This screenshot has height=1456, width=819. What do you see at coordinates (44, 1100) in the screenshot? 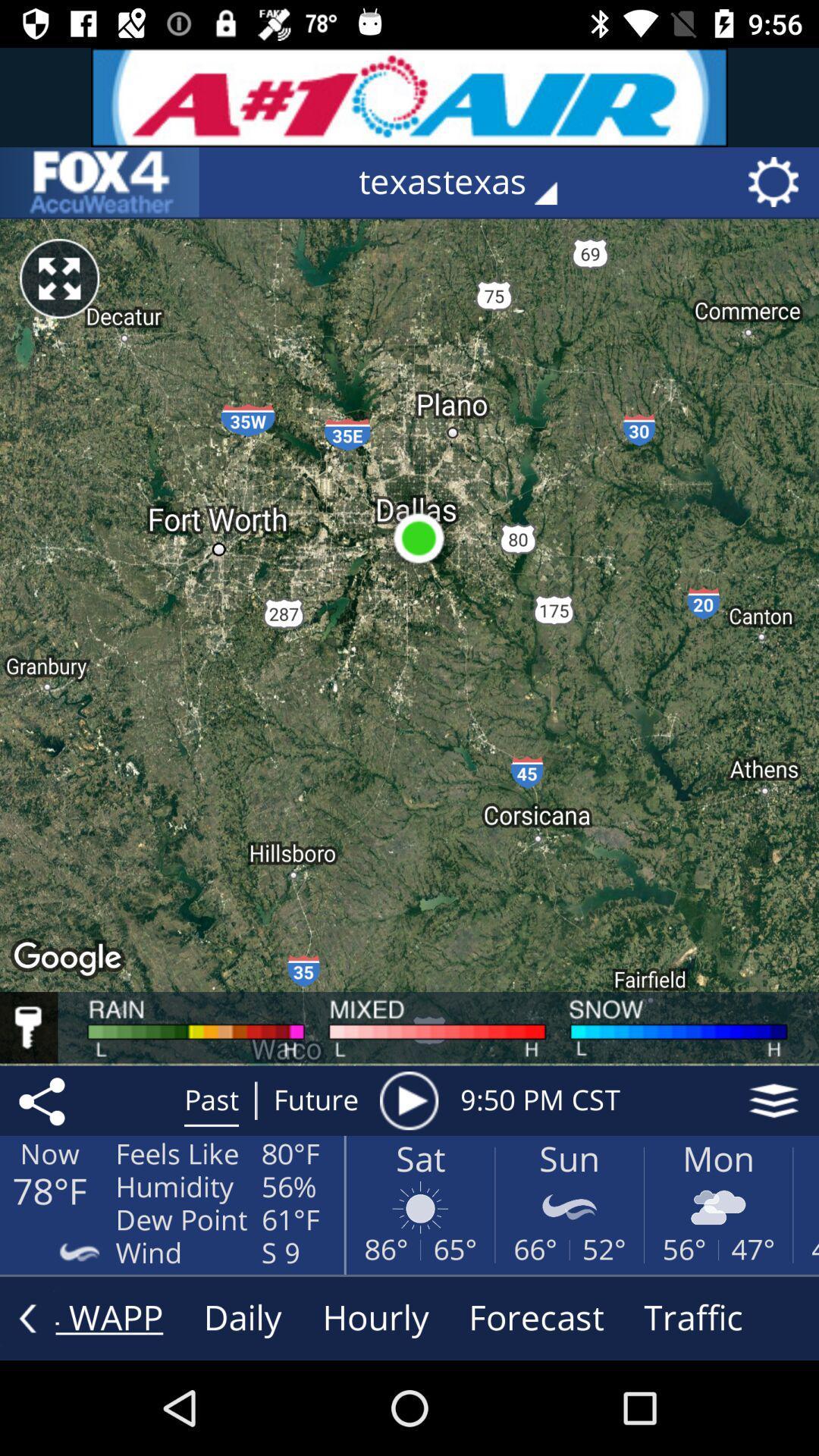
I see `the share icon` at bounding box center [44, 1100].